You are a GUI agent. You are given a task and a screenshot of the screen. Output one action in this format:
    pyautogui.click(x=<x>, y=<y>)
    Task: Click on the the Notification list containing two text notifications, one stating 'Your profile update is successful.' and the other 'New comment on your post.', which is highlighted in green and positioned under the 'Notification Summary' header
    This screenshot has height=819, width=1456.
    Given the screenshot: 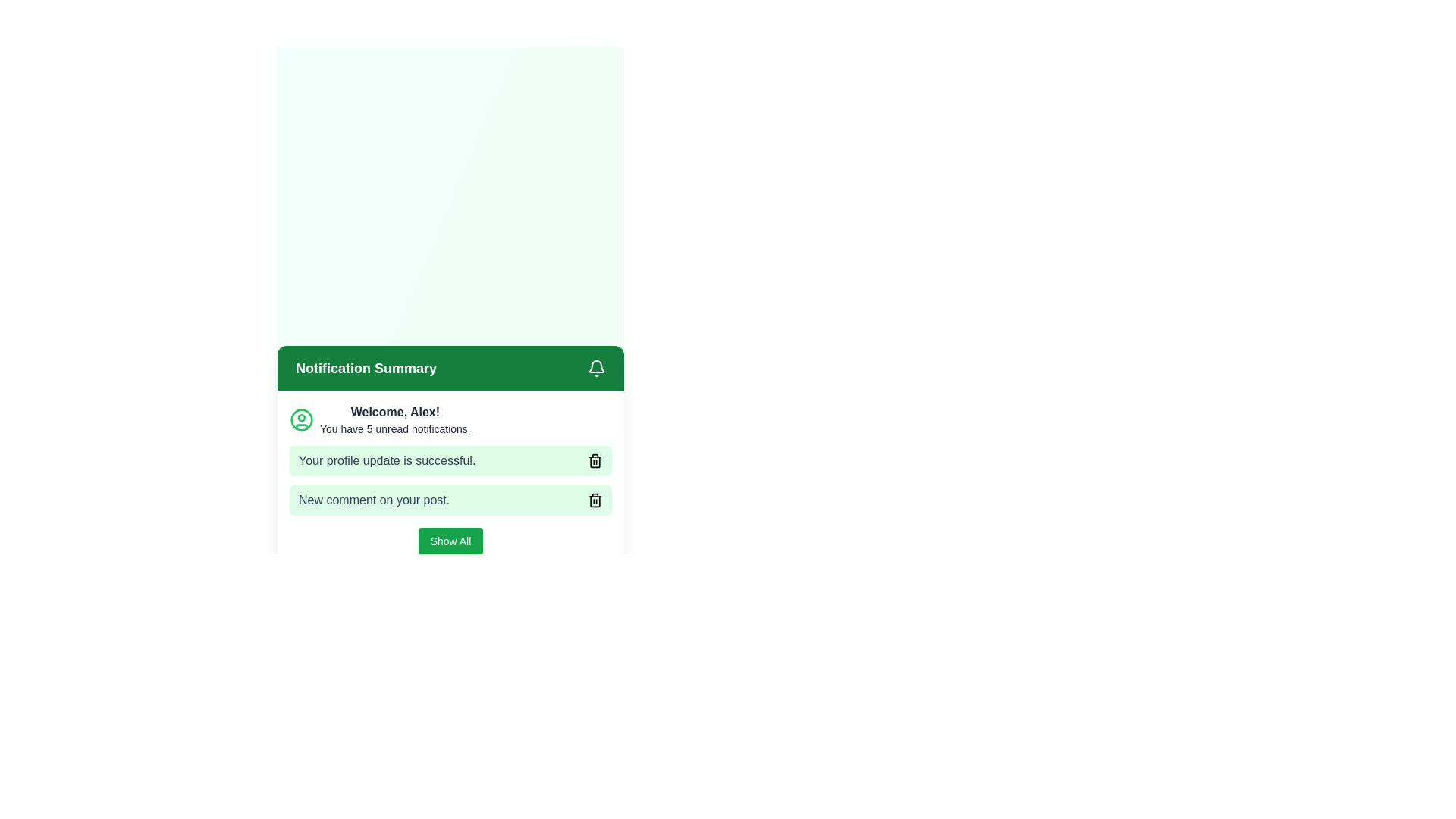 What is the action you would take?
    pyautogui.click(x=450, y=480)
    